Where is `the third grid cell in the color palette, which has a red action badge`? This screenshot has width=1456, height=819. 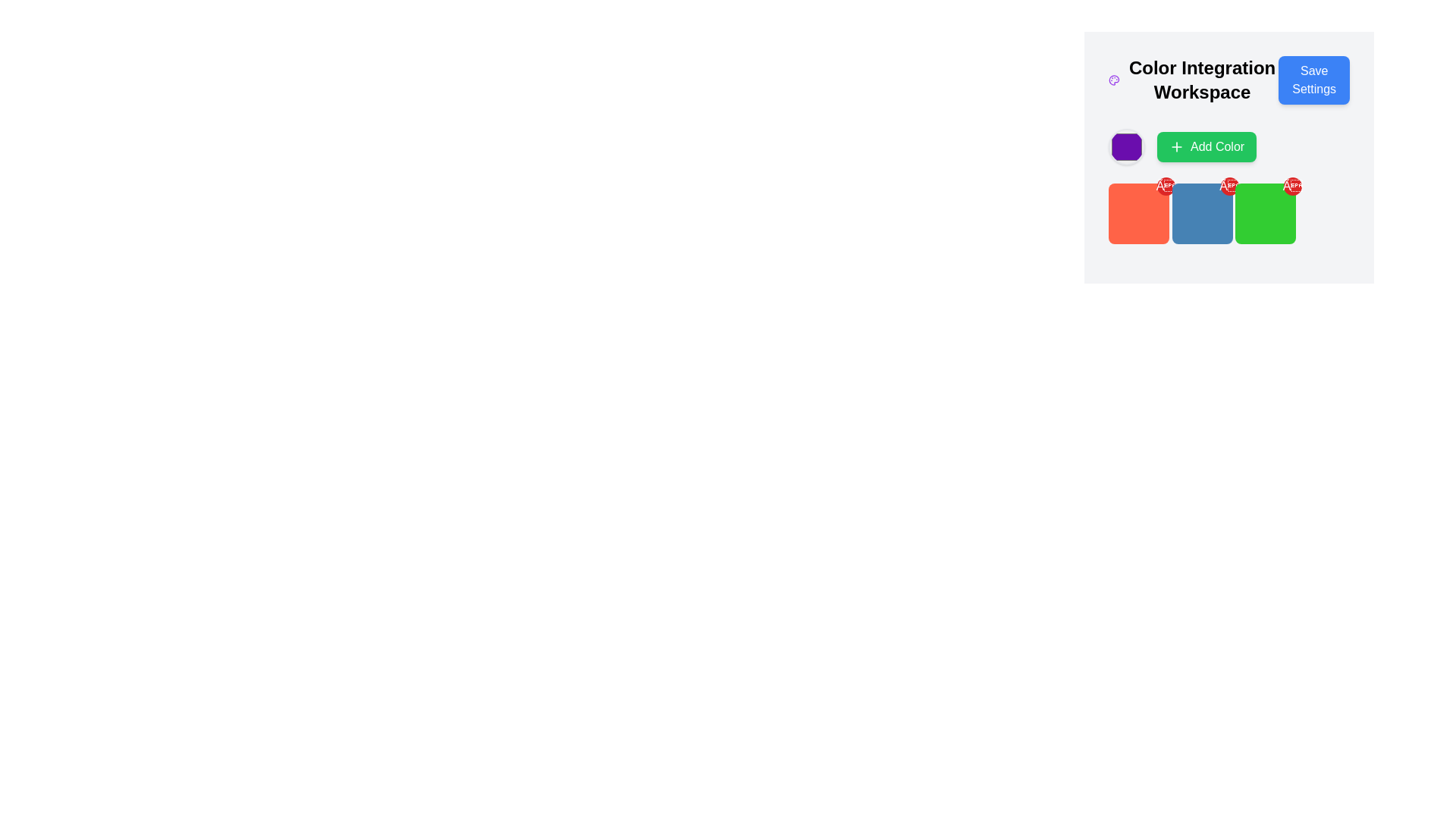 the third grid cell in the color palette, which has a red action badge is located at coordinates (1266, 213).